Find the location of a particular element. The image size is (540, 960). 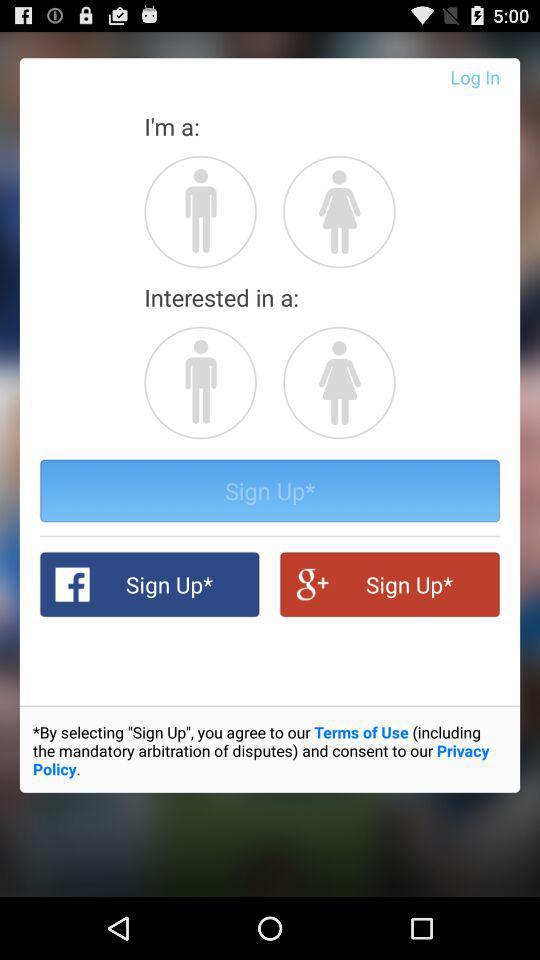

2nd icon below interested in a is located at coordinates (338, 381).